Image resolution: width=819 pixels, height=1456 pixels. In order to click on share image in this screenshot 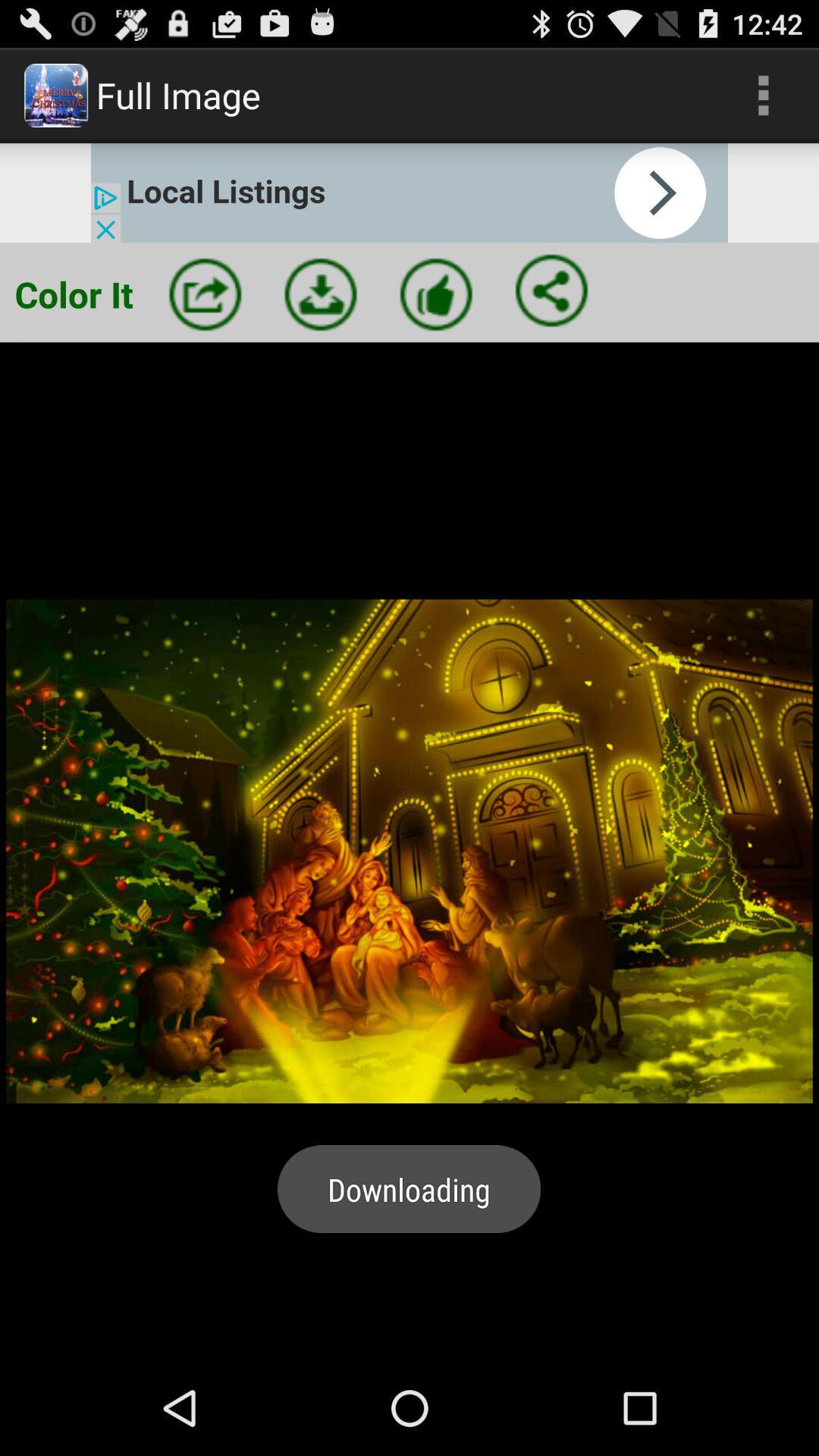, I will do `click(551, 290)`.